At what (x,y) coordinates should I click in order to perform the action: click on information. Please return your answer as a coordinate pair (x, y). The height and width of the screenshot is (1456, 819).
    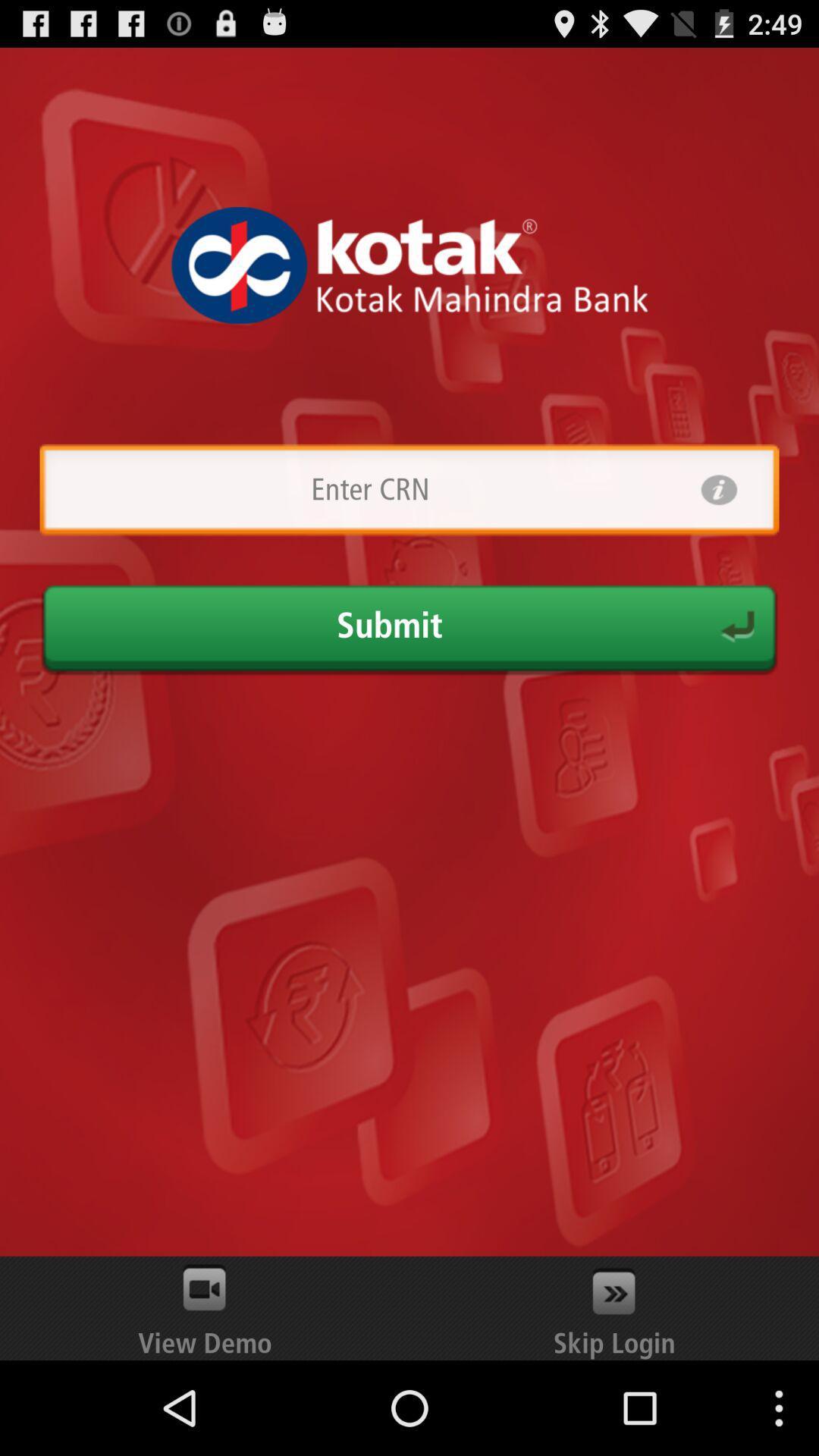
    Looking at the image, I should click on (718, 490).